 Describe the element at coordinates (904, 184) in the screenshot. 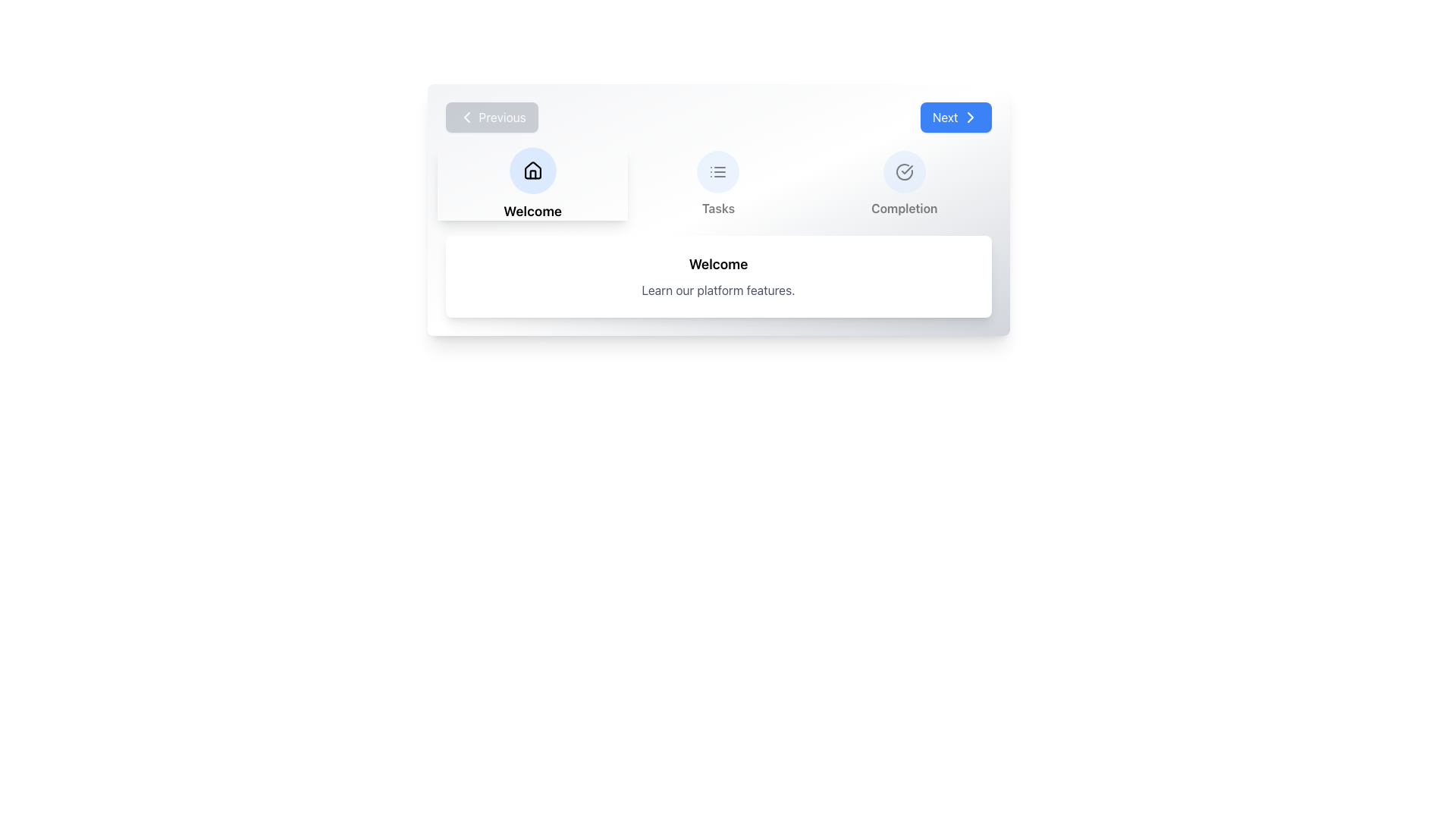

I see `the 'Completion' icon-label pair, which features a check circle icon on a blue background` at that location.